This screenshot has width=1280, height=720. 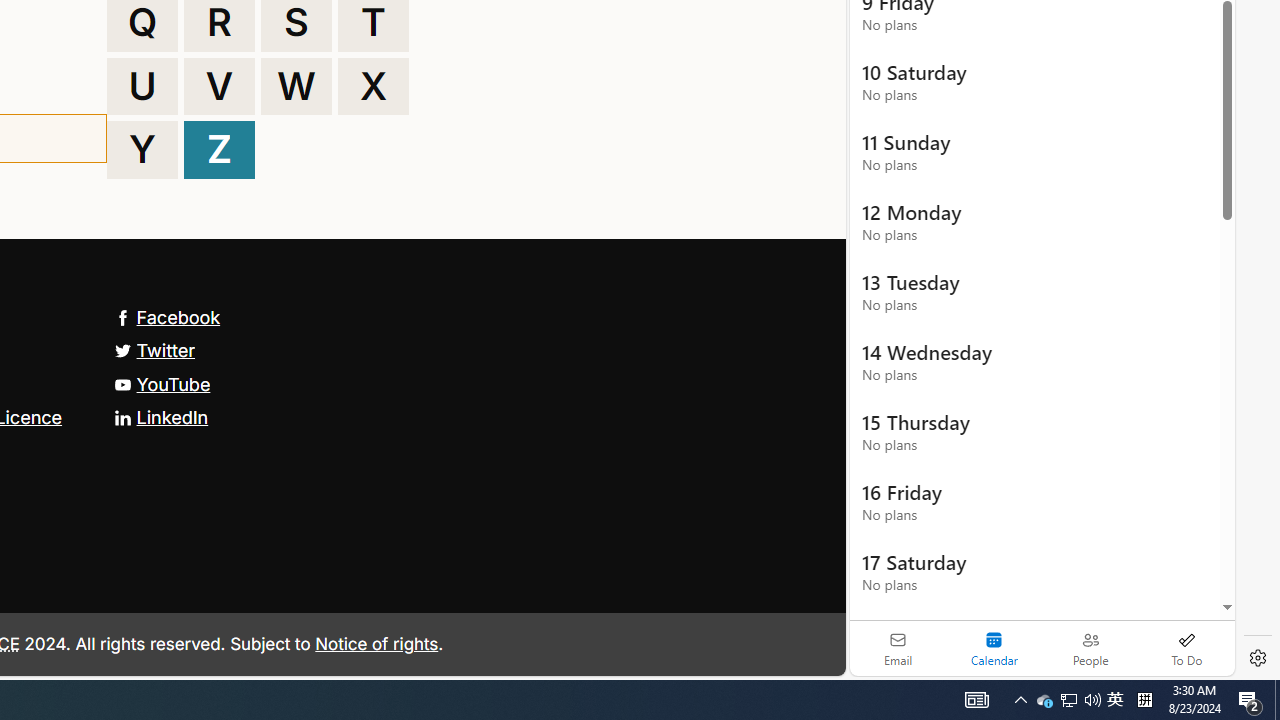 I want to click on 'People', so click(x=1089, y=648).